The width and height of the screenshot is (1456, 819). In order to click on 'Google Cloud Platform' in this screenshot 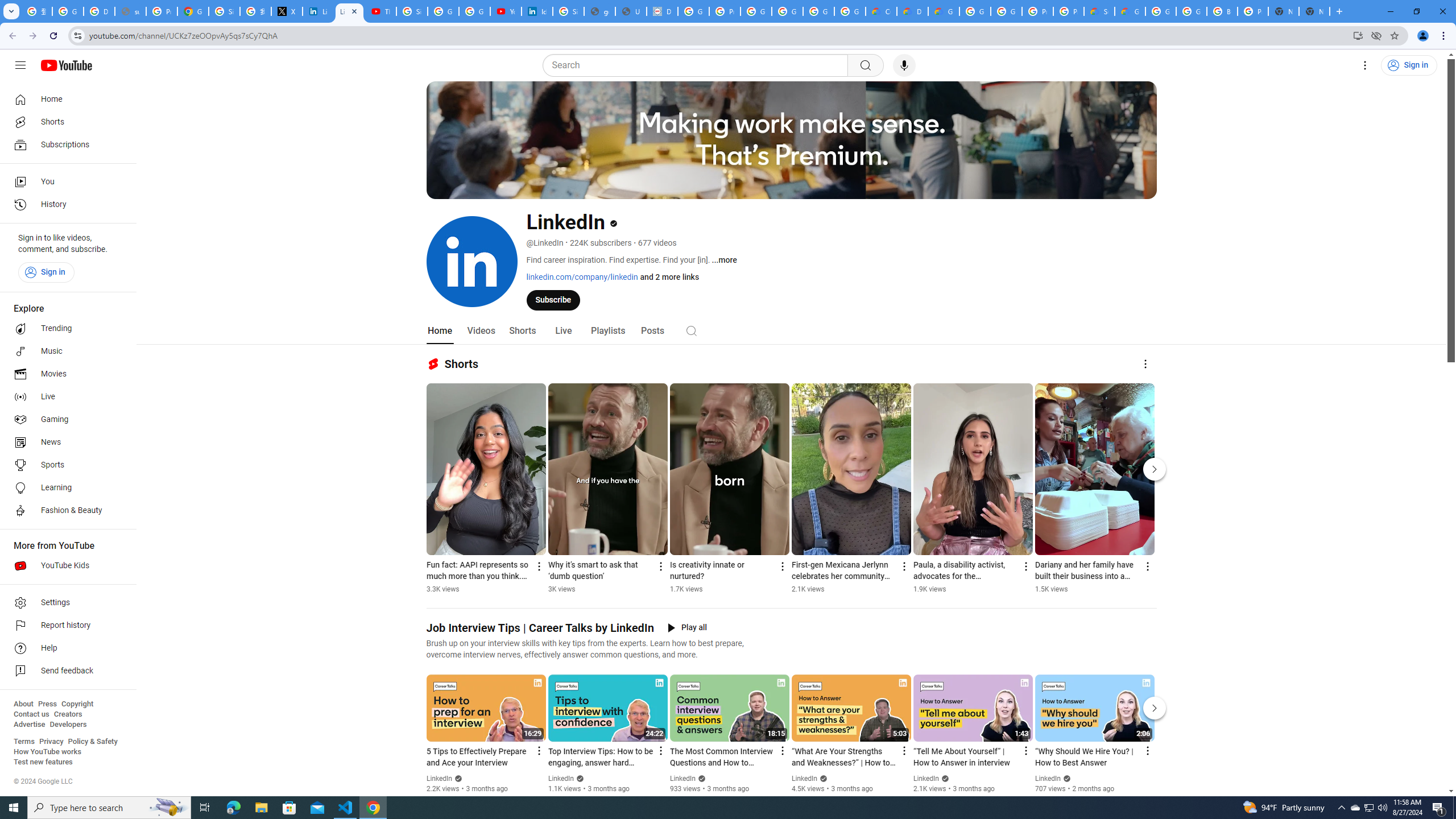, I will do `click(974, 11)`.